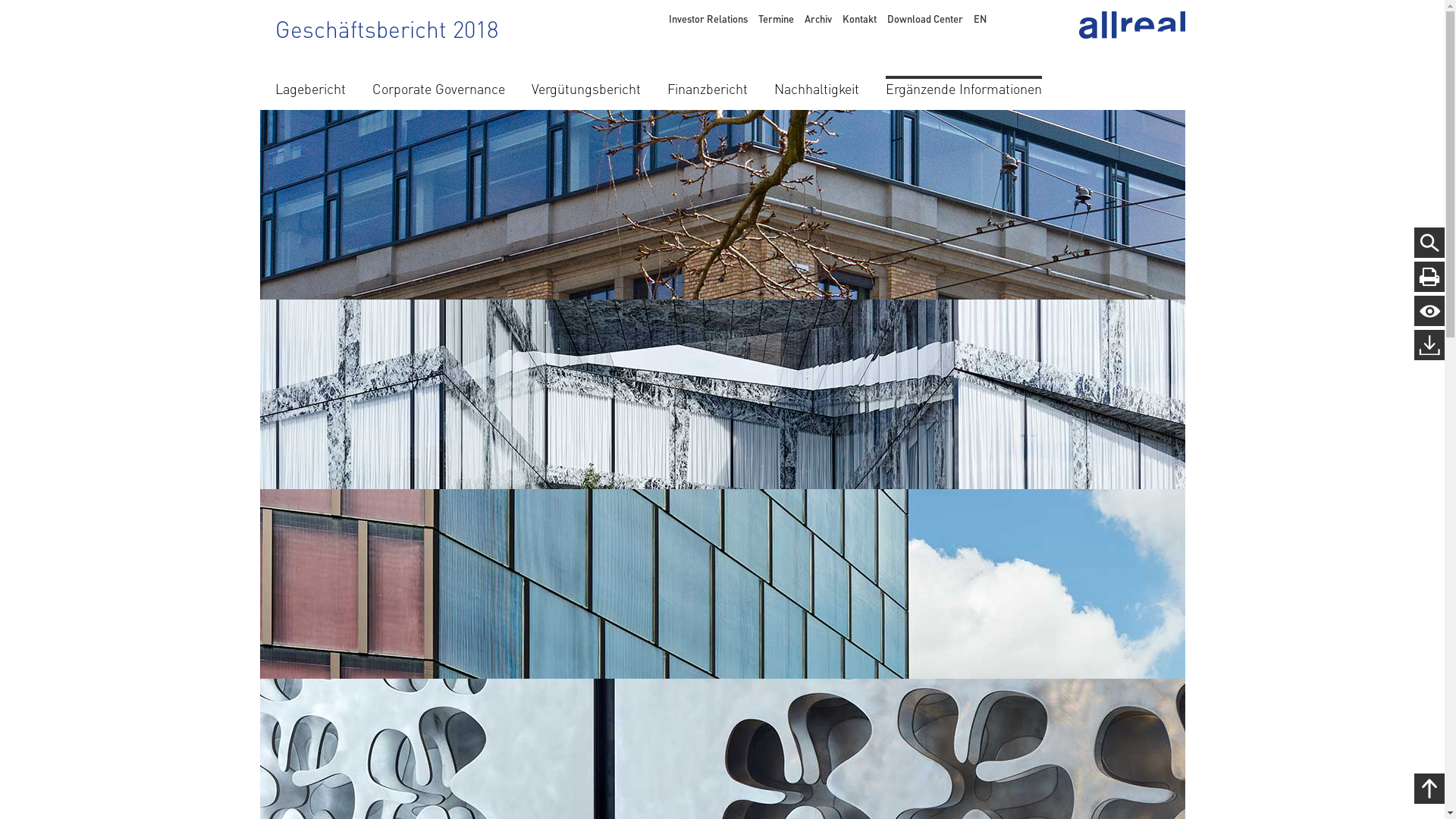 The height and width of the screenshot is (819, 1456). What do you see at coordinates (309, 86) in the screenshot?
I see `'Lagebericht'` at bounding box center [309, 86].